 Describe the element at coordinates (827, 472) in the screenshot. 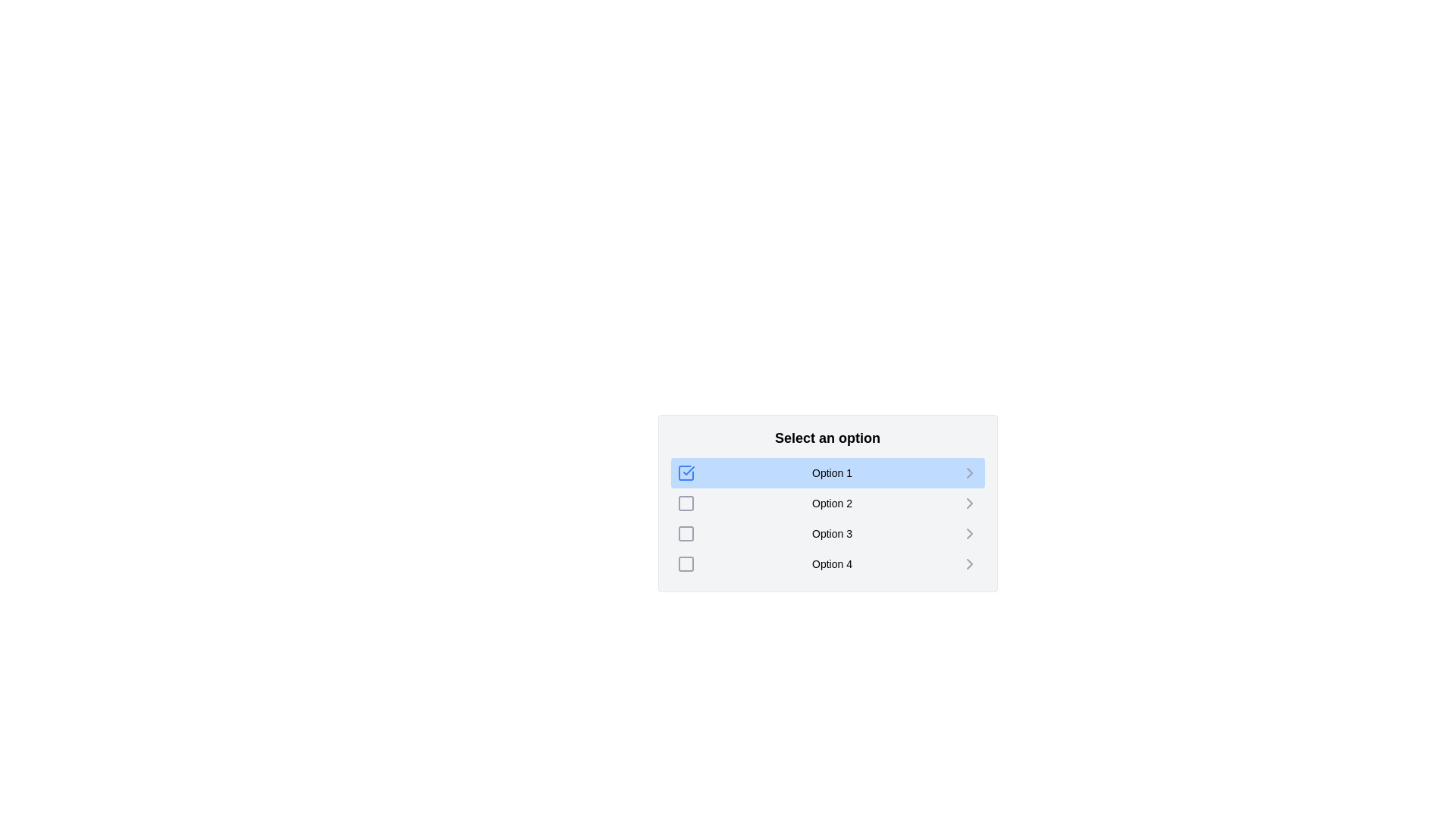

I see `the text label 'Option 1' of the interactive list item with a checkbox to focus` at that location.